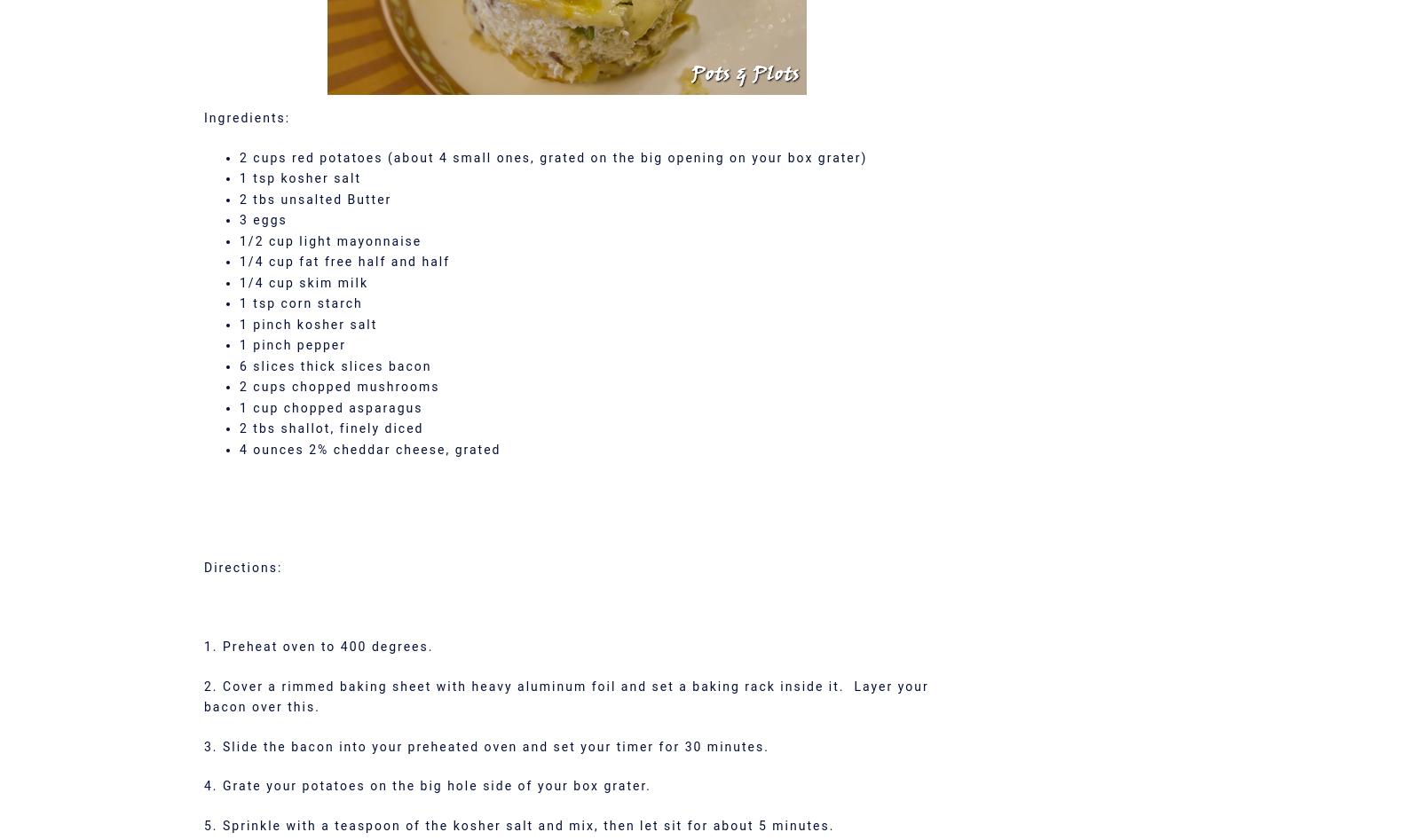  Describe the element at coordinates (709, 620) in the screenshot. I see `'Goodreads'` at that location.